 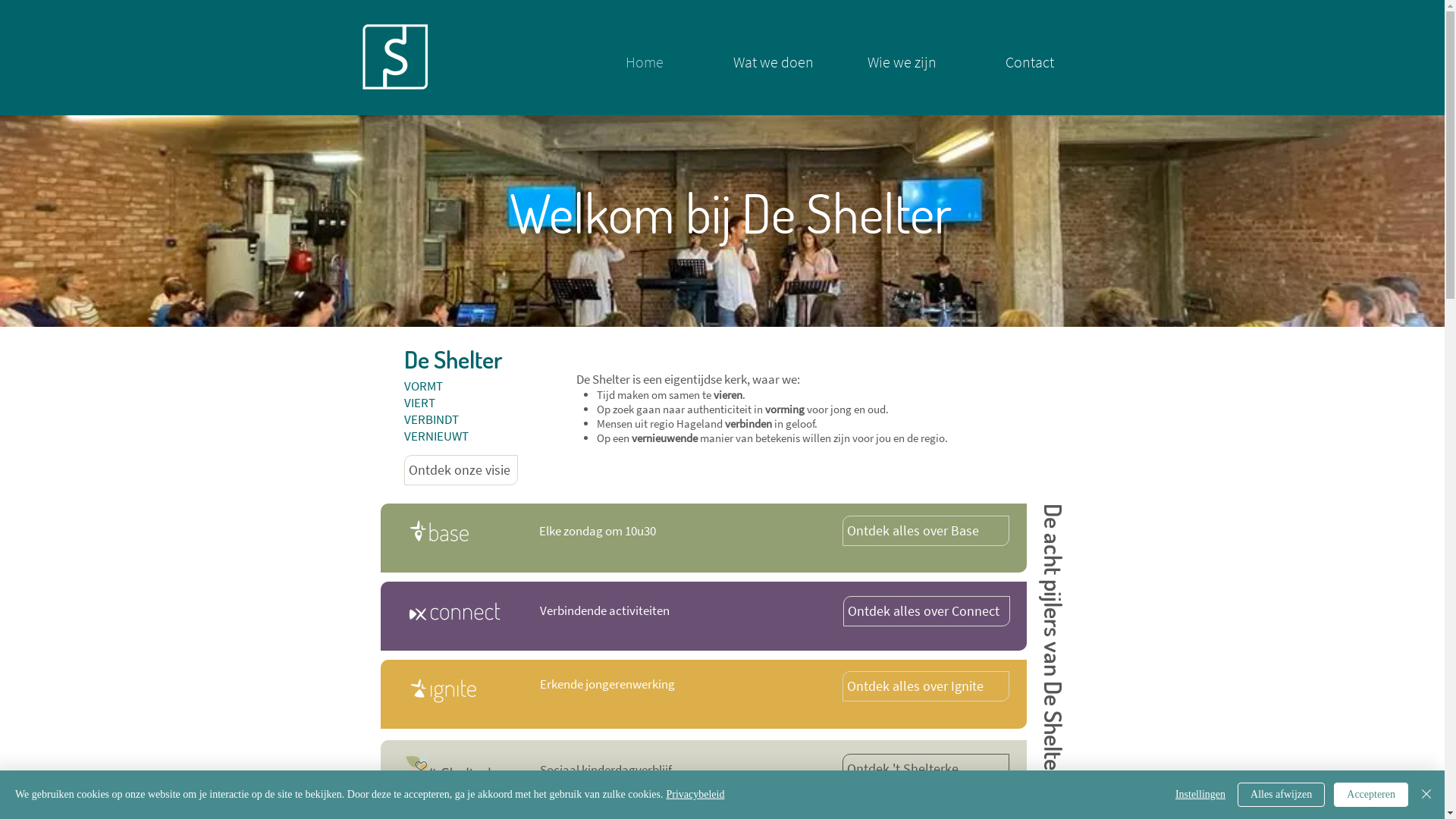 I want to click on 'Ontdek onze visie', so click(x=459, y=469).